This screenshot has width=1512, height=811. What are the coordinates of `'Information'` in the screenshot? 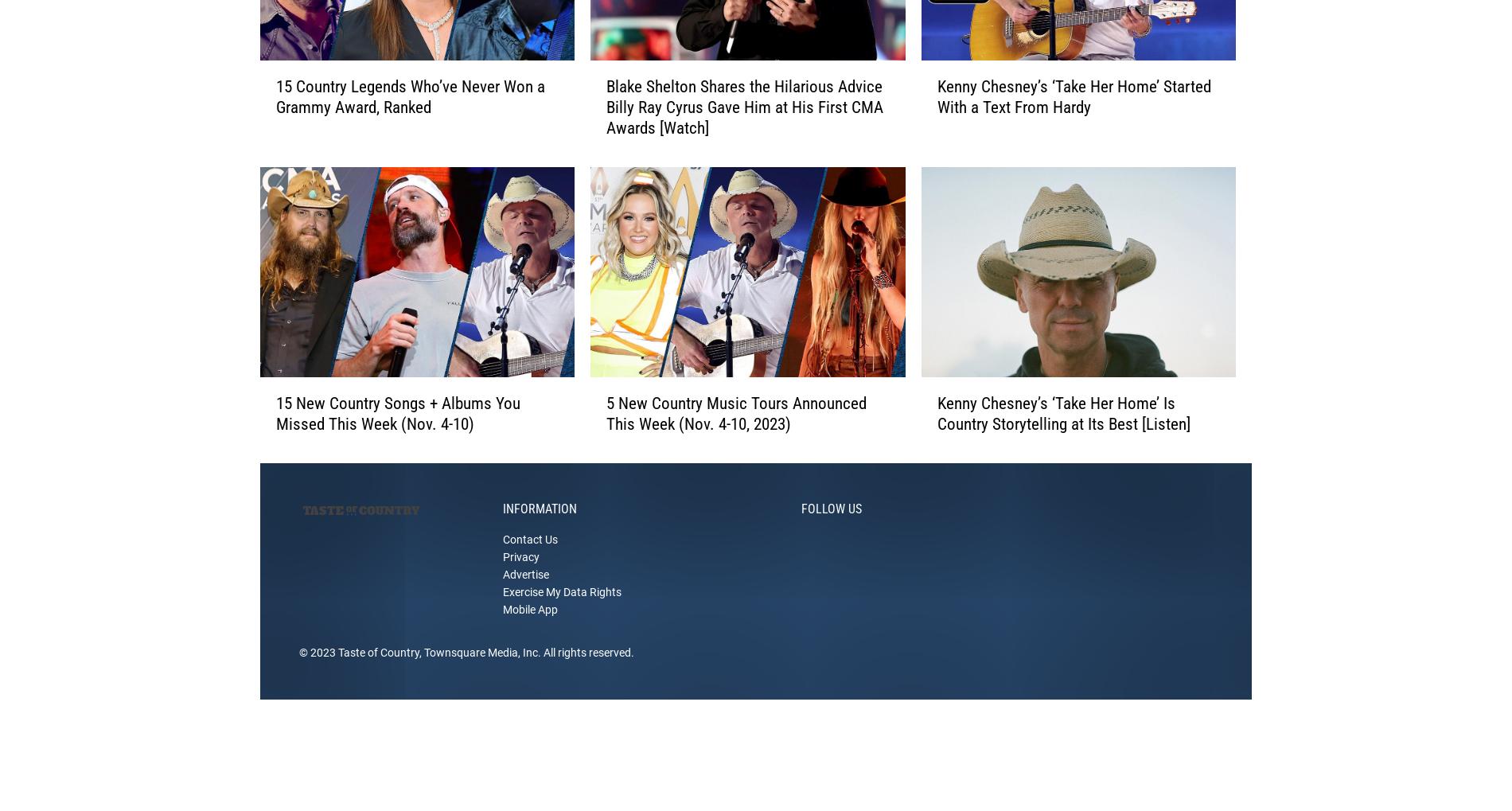 It's located at (540, 532).